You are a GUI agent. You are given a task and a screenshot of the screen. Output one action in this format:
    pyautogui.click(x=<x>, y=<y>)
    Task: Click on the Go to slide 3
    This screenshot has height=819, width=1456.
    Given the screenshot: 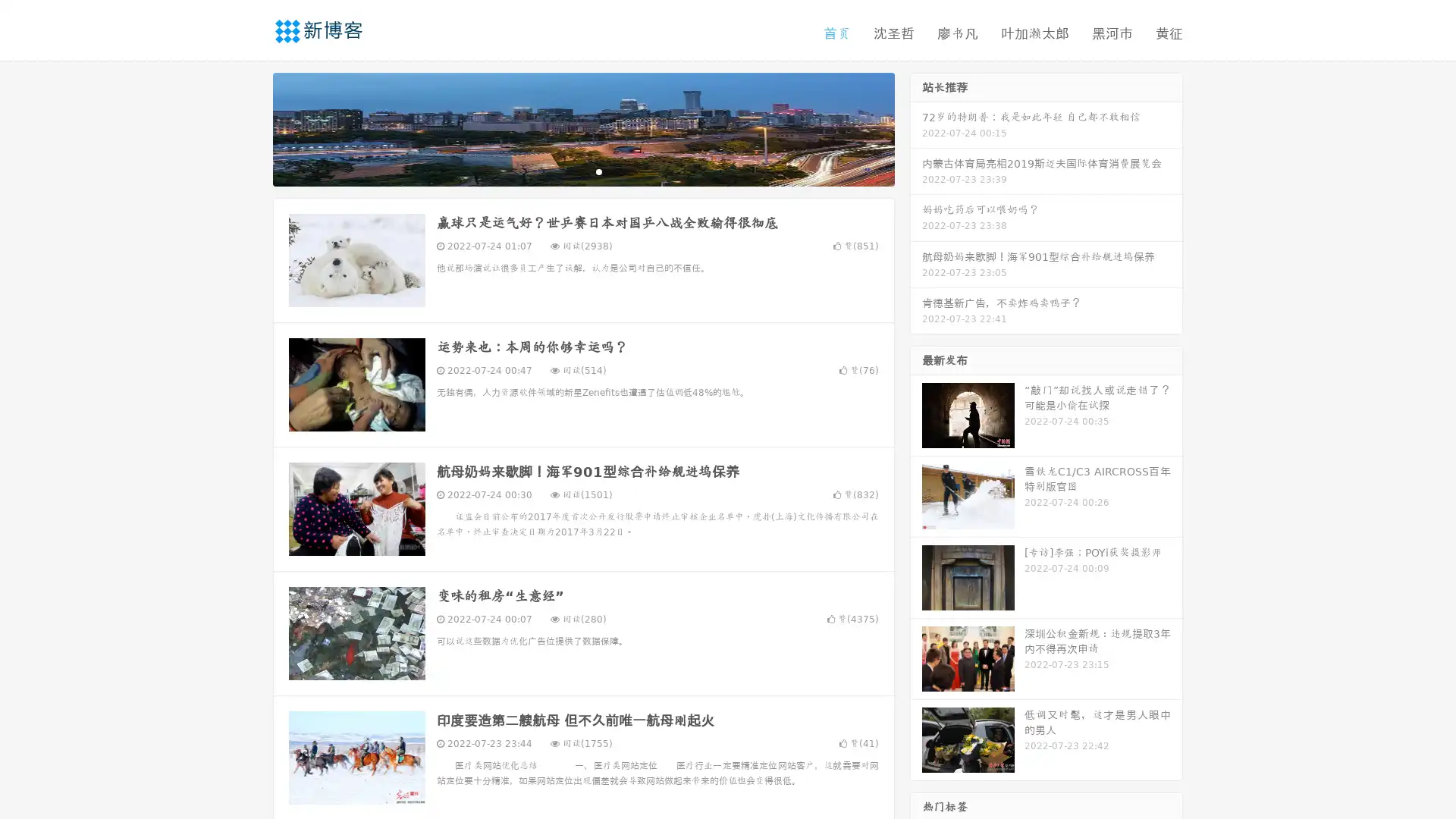 What is the action you would take?
    pyautogui.click(x=598, y=171)
    